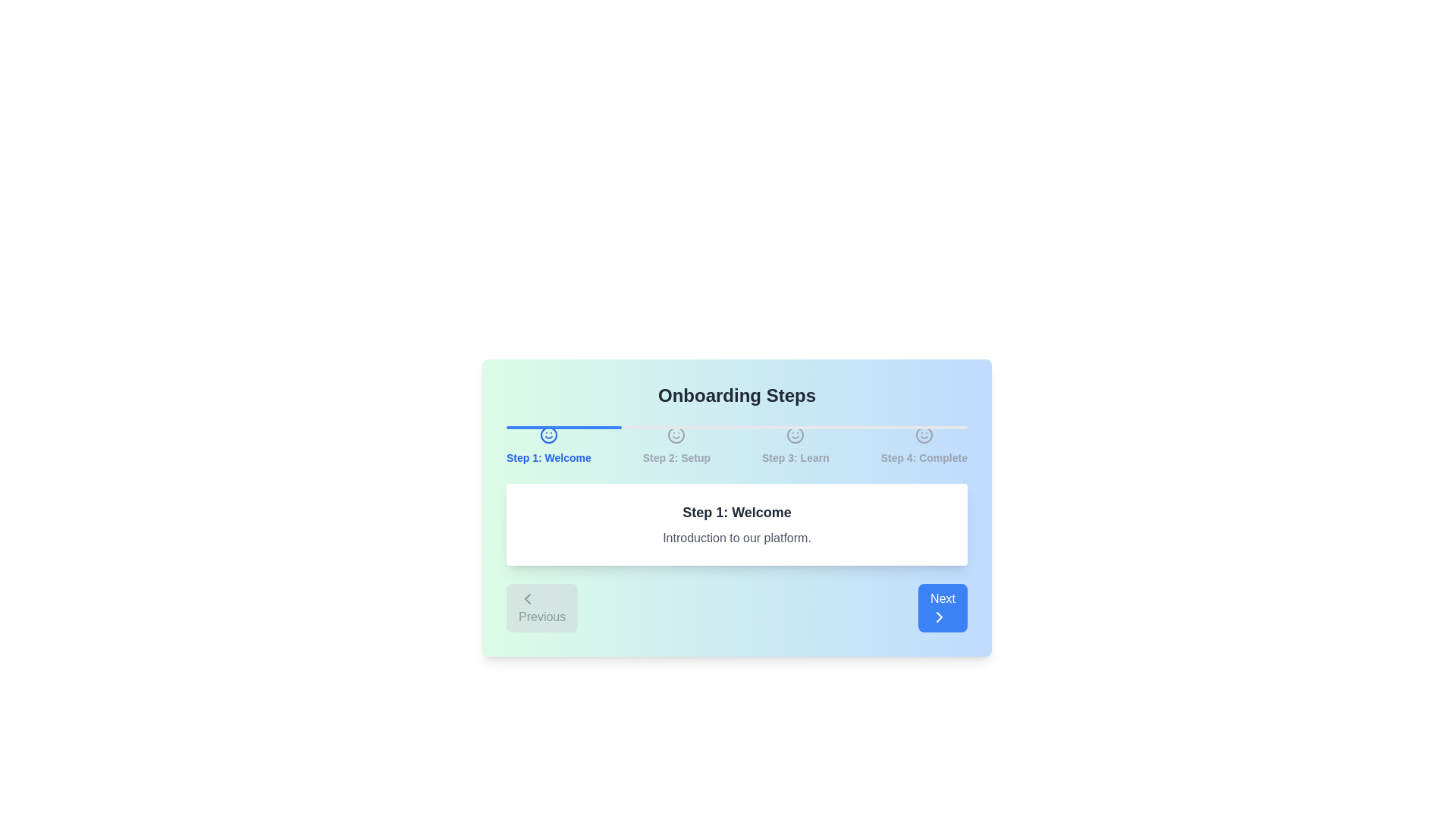 The image size is (1456, 819). What do you see at coordinates (563, 427) in the screenshot?
I see `the blue progress bar segment that represents one quarter of the total progress bar width, located above the 'Step 1: Welcome' label` at bounding box center [563, 427].